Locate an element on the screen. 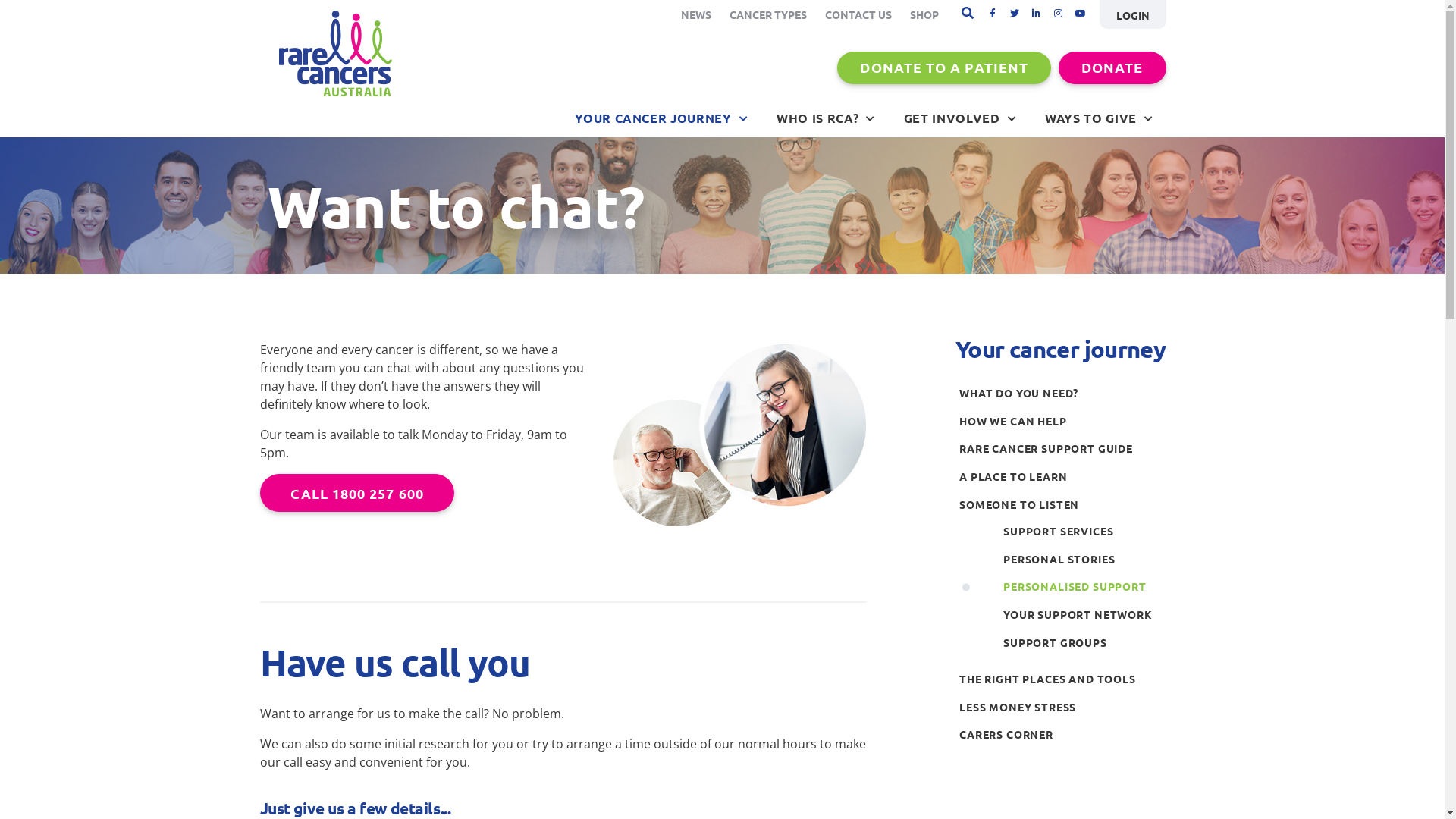 This screenshot has width=1456, height=819. 'SOMEONE TO LISTEN' is located at coordinates (1065, 504).